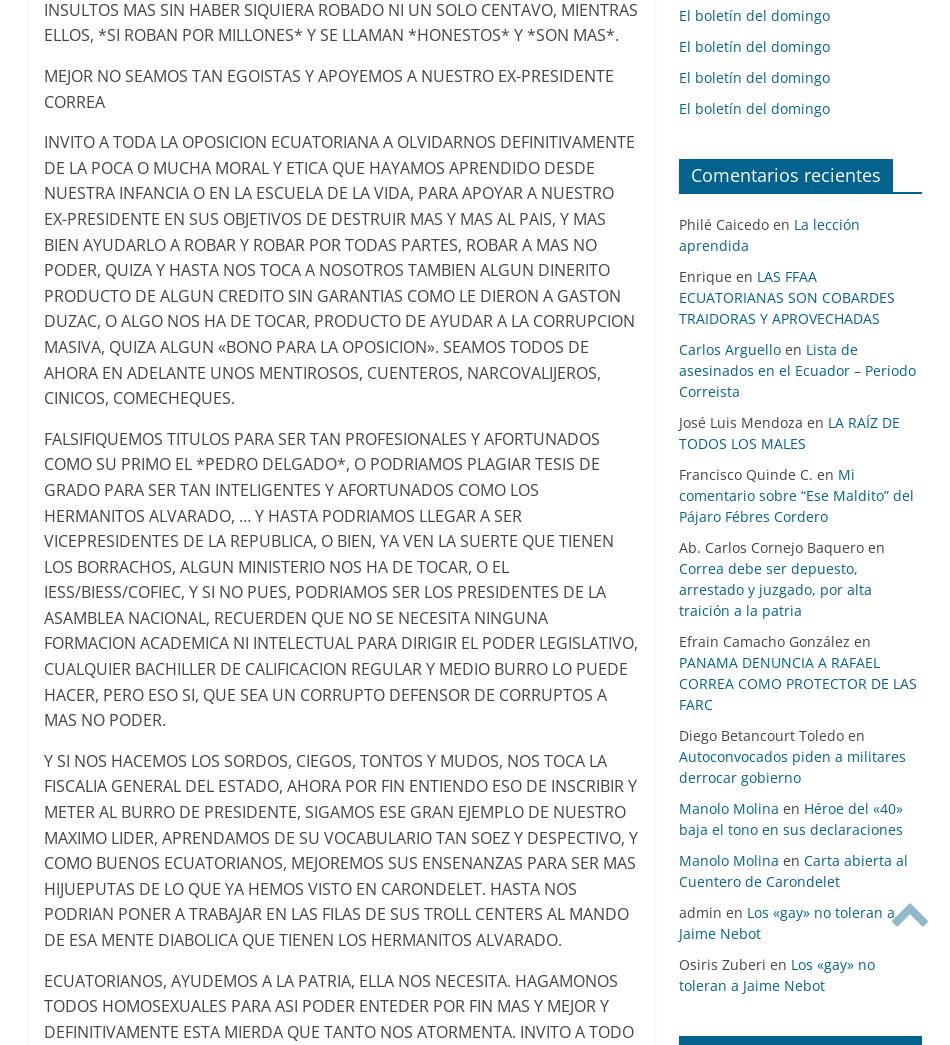 This screenshot has width=950, height=1045. Describe the element at coordinates (773, 588) in the screenshot. I see `'Correa debe ser depuesto, arrestado y juzgado, por alta traición a la patria'` at that location.